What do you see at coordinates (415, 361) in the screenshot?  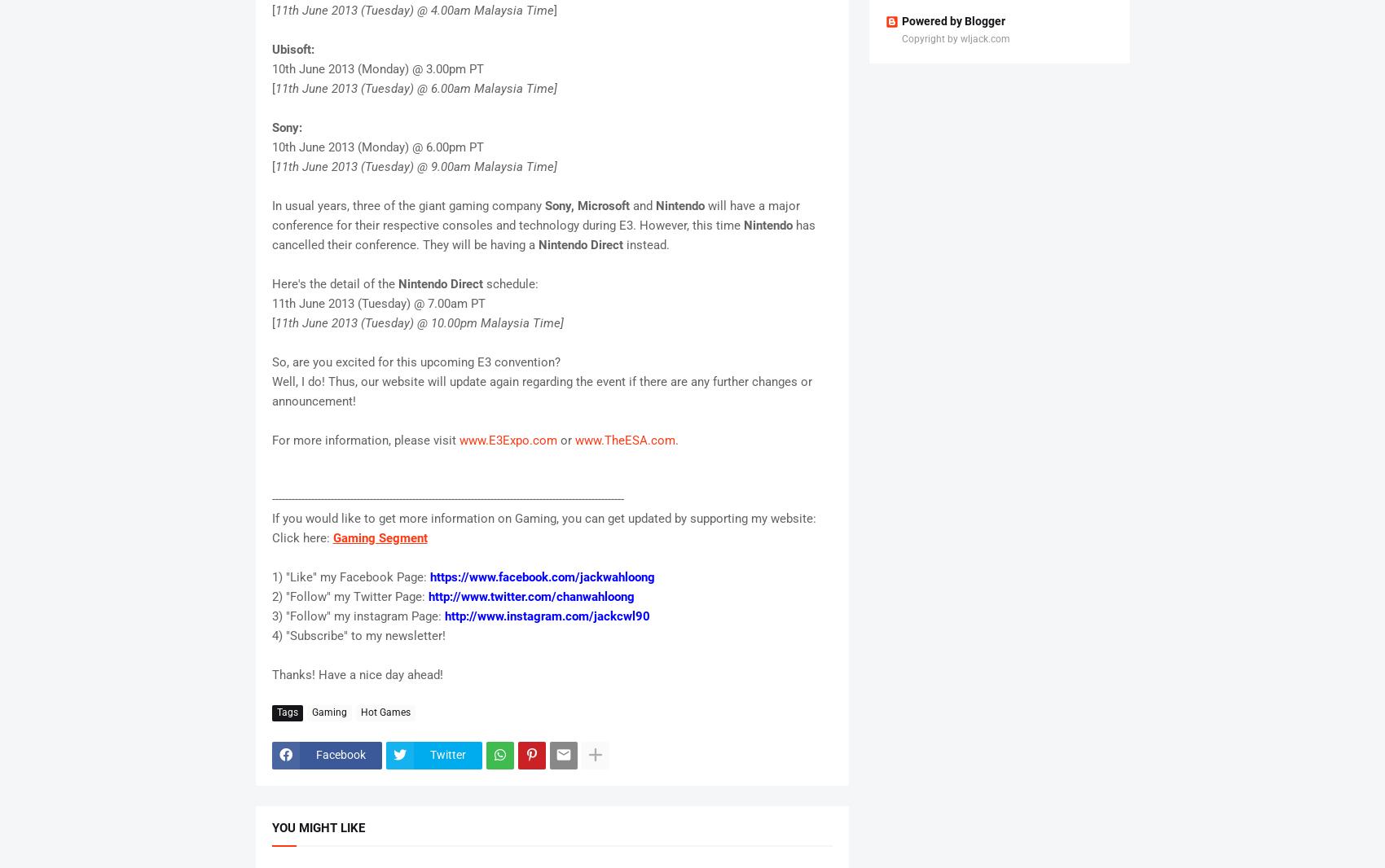 I see `'So, are you excited for this upcoming E3 convention?'` at bounding box center [415, 361].